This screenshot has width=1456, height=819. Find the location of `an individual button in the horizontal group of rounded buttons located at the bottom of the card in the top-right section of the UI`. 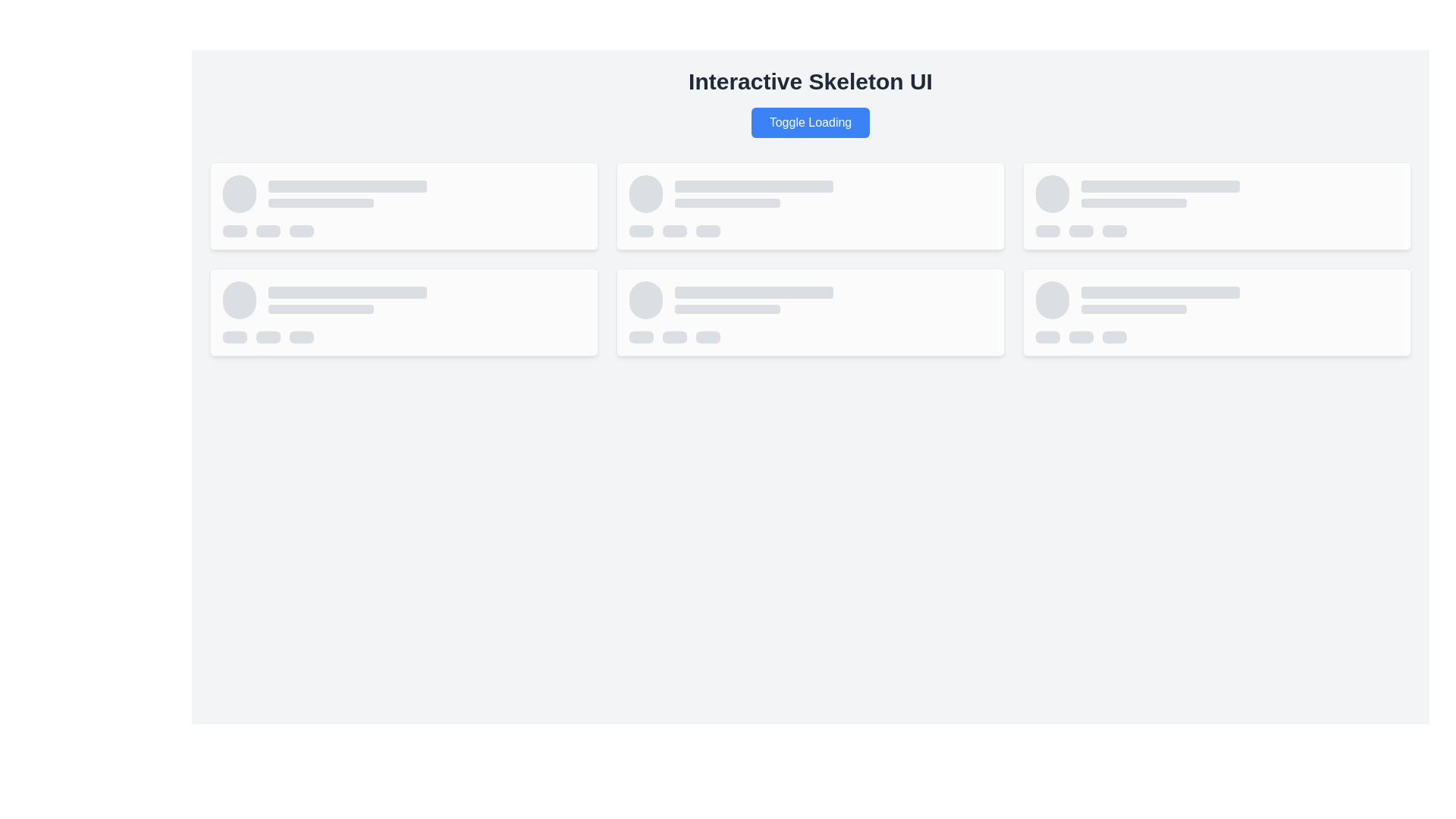

an individual button in the horizontal group of rounded buttons located at the bottom of the card in the top-right section of the UI is located at coordinates (810, 231).